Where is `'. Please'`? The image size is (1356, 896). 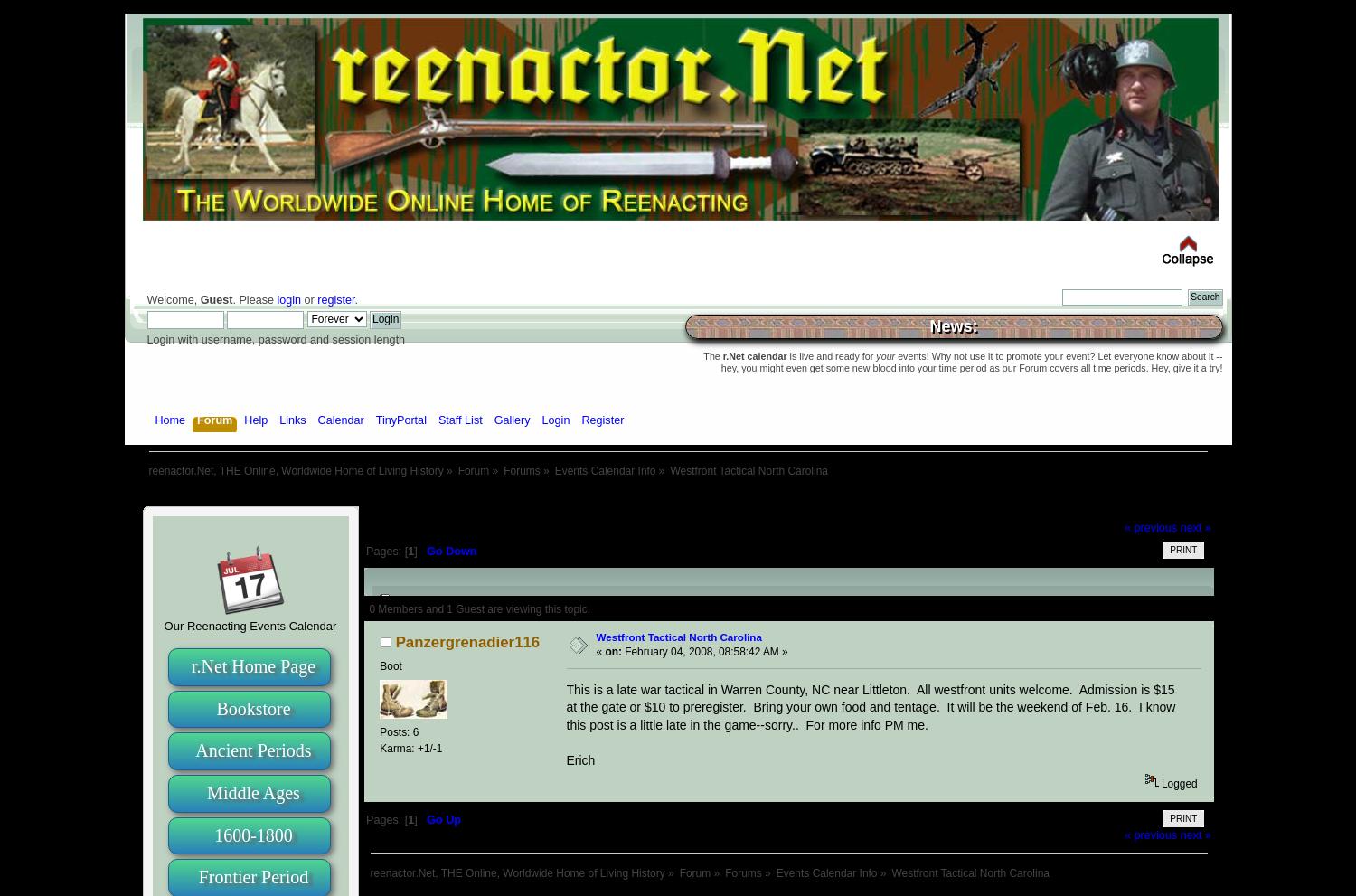 '. Please' is located at coordinates (254, 299).